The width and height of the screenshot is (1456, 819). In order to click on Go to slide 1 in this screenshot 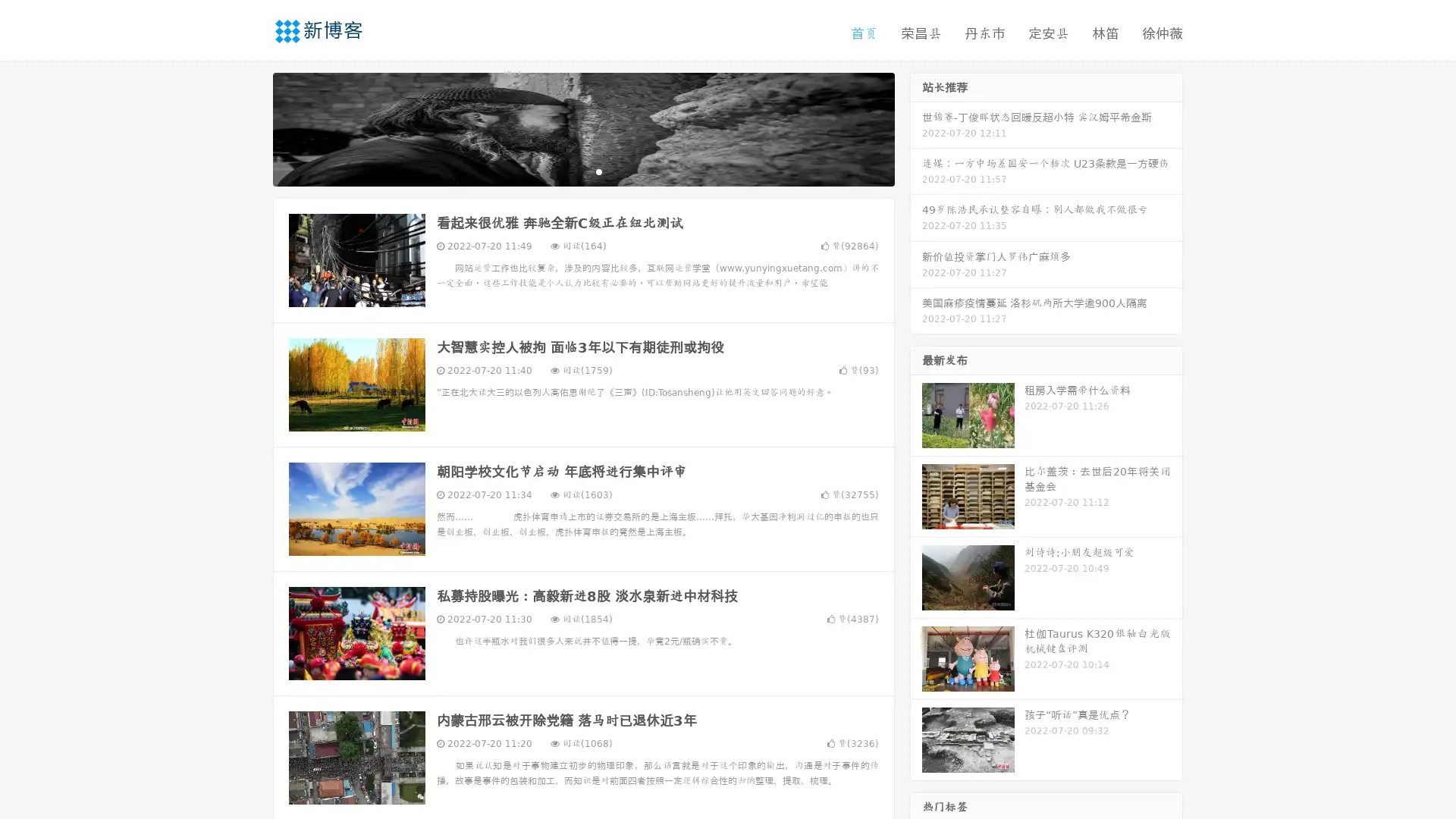, I will do `click(567, 171)`.